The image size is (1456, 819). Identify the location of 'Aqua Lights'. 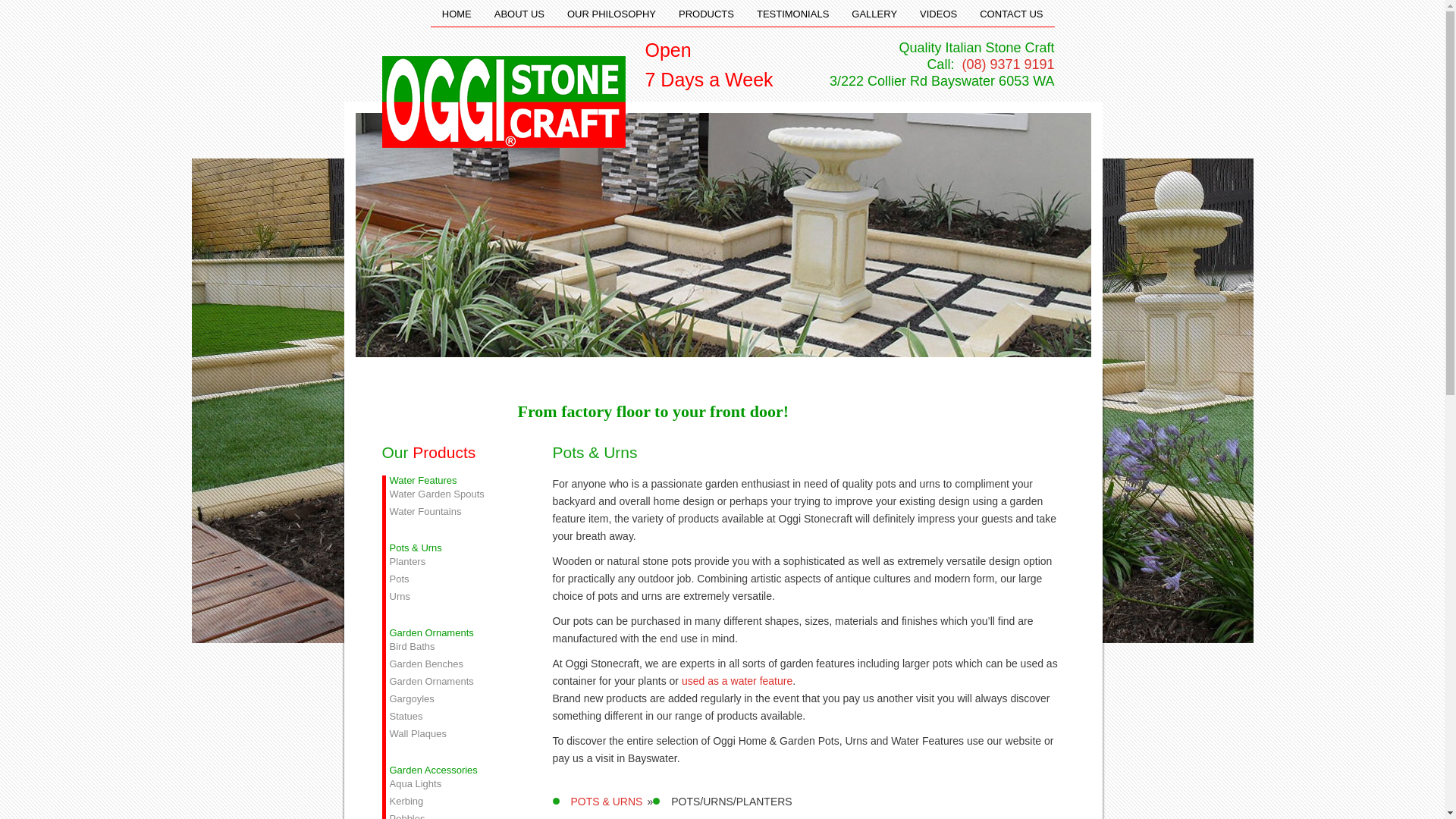
(451, 783).